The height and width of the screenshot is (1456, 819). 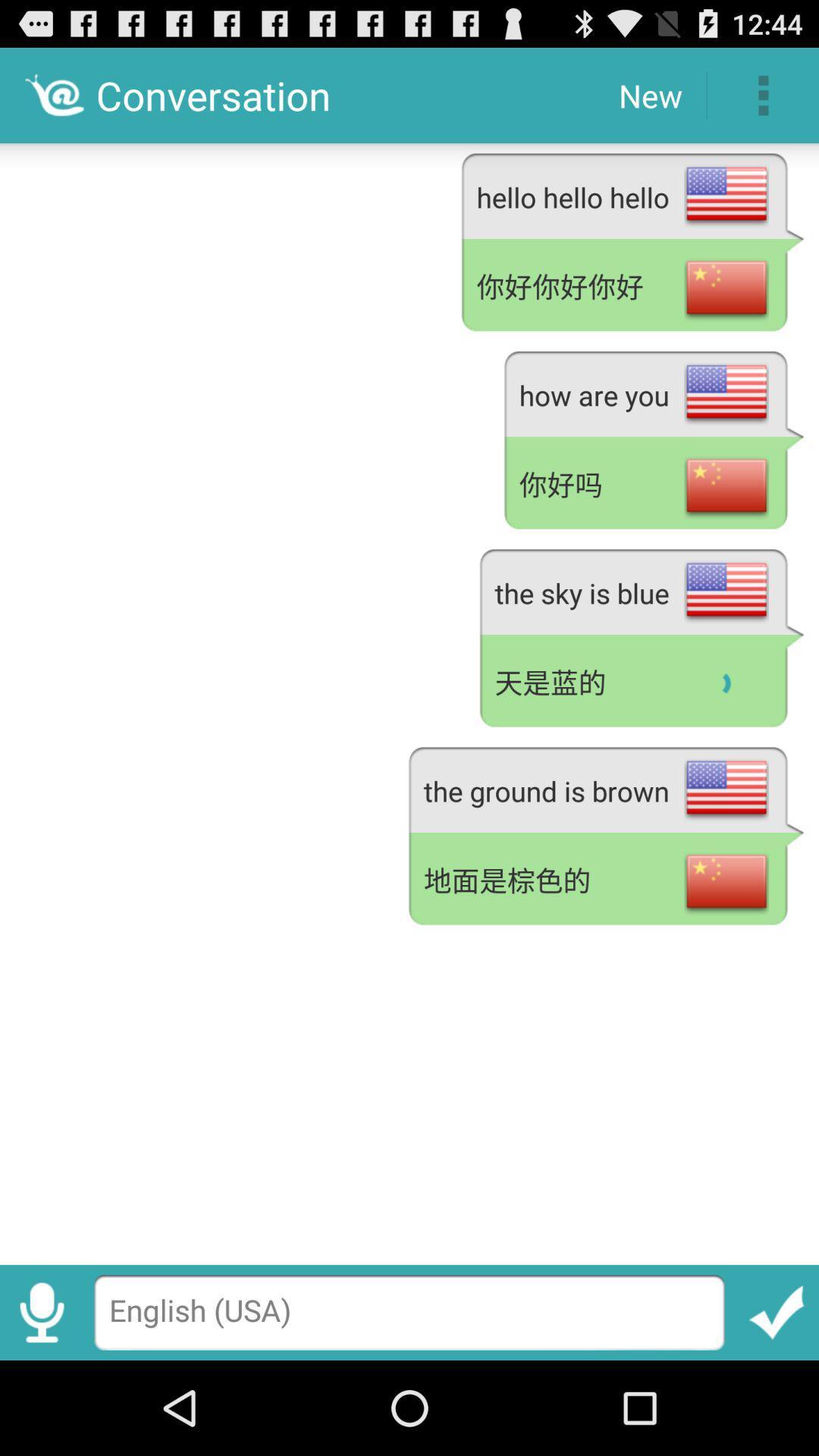 I want to click on send text, so click(x=777, y=1312).